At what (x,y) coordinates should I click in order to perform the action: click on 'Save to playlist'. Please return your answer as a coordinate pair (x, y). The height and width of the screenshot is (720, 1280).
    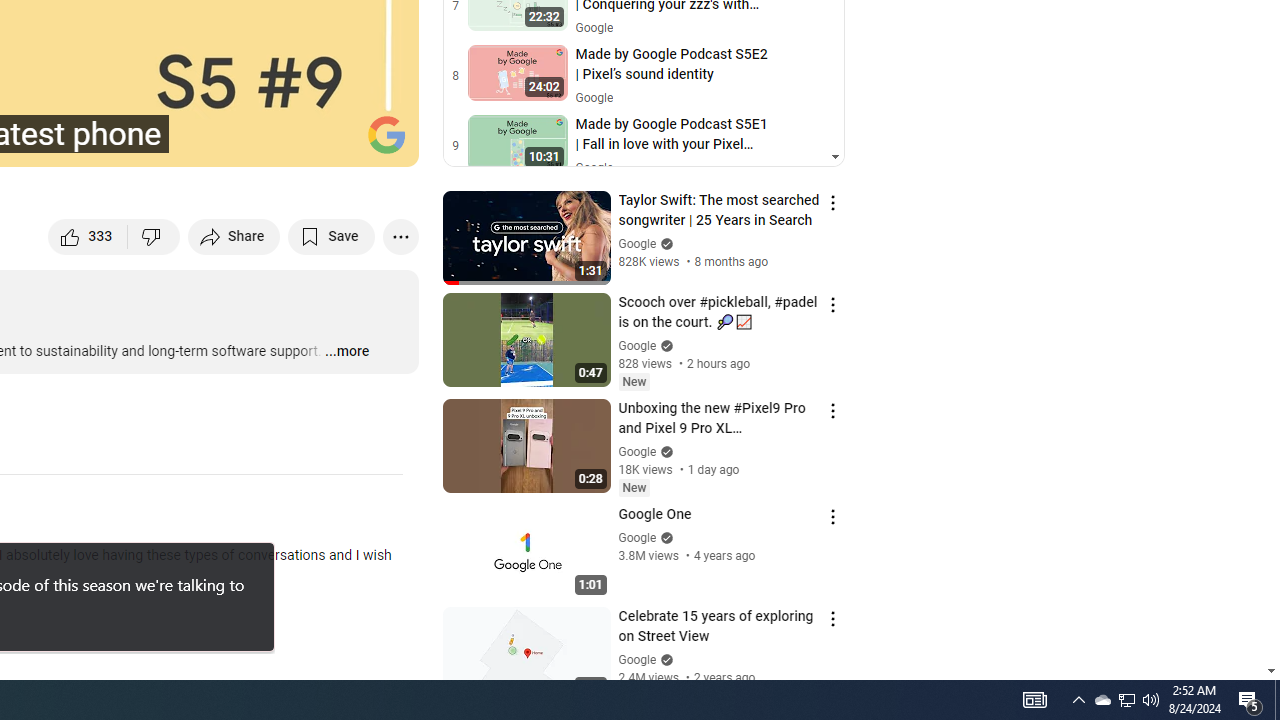
    Looking at the image, I should click on (331, 235).